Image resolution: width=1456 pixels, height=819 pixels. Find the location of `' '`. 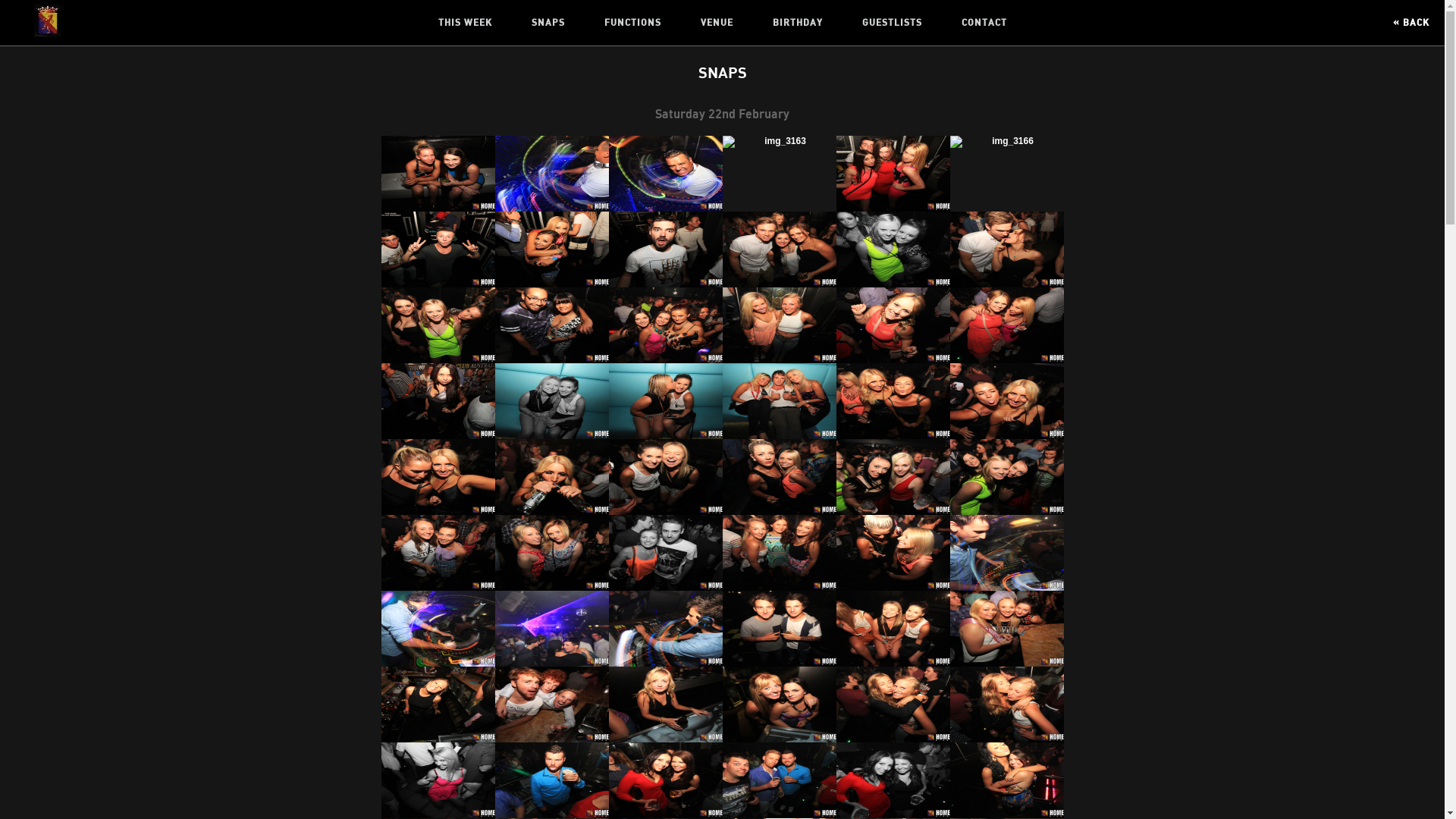

' ' is located at coordinates (550, 324).